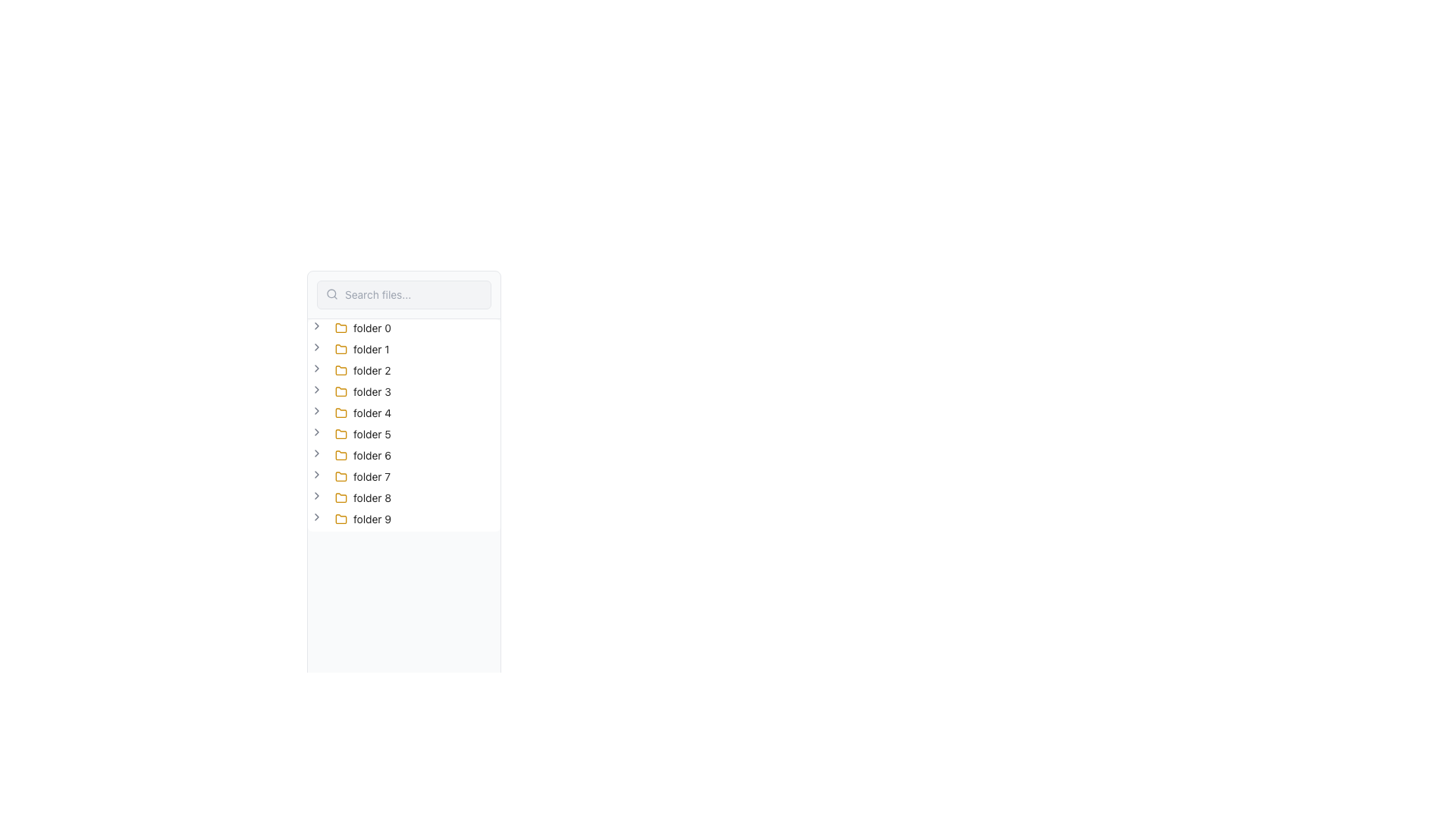 The width and height of the screenshot is (1456, 819). What do you see at coordinates (362, 497) in the screenshot?
I see `the 'folder 8' tree node` at bounding box center [362, 497].